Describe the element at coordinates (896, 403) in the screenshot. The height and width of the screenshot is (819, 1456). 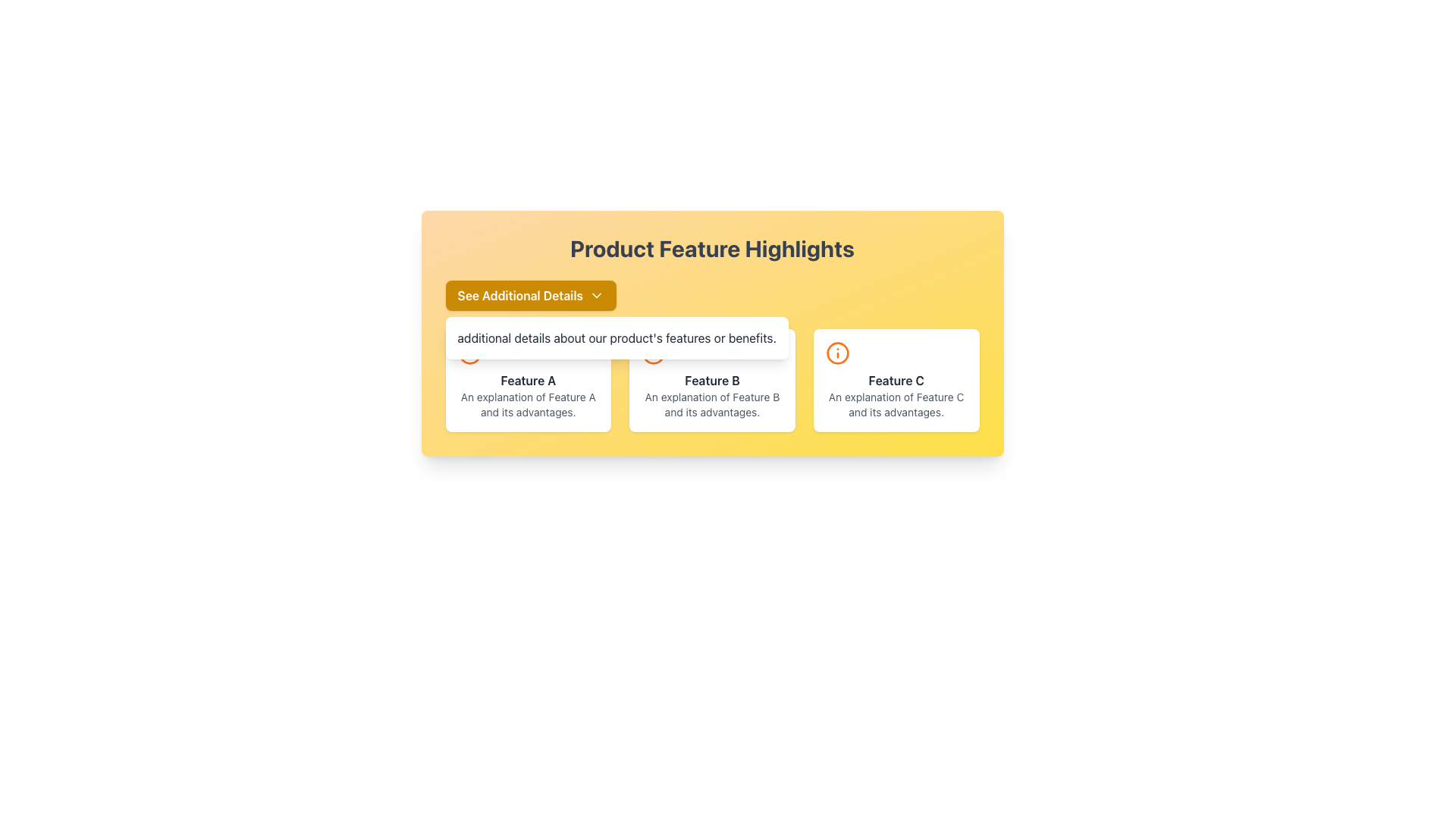
I see `text that says 'An explanation of Feature C and its advantages.' located beneath the heading 'Feature C' and next to an orange icon` at that location.